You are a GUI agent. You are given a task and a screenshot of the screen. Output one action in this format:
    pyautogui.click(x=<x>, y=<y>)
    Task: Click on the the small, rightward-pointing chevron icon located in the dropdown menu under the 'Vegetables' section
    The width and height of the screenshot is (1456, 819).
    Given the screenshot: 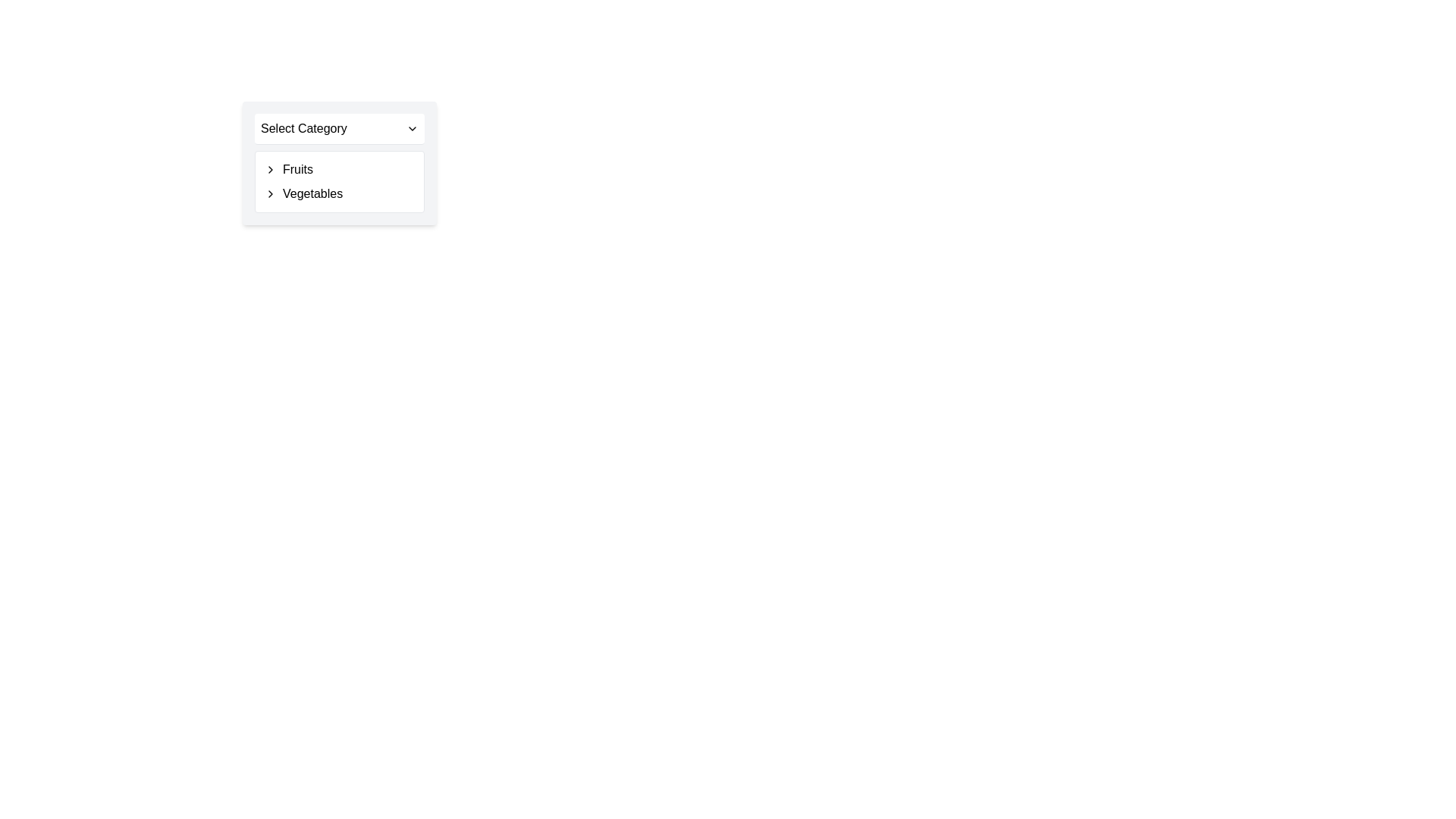 What is the action you would take?
    pyautogui.click(x=270, y=193)
    